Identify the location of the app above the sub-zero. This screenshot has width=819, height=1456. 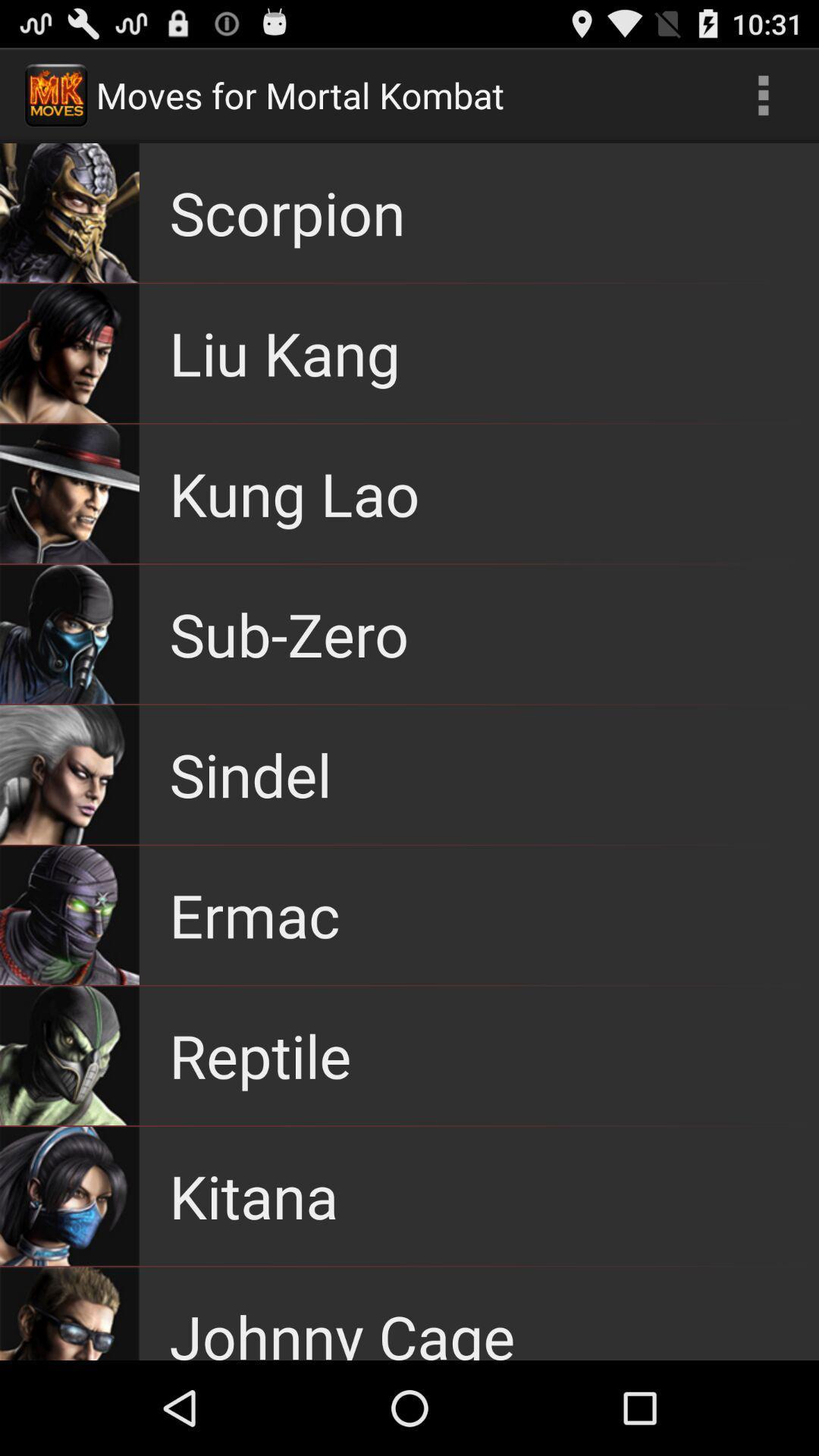
(294, 494).